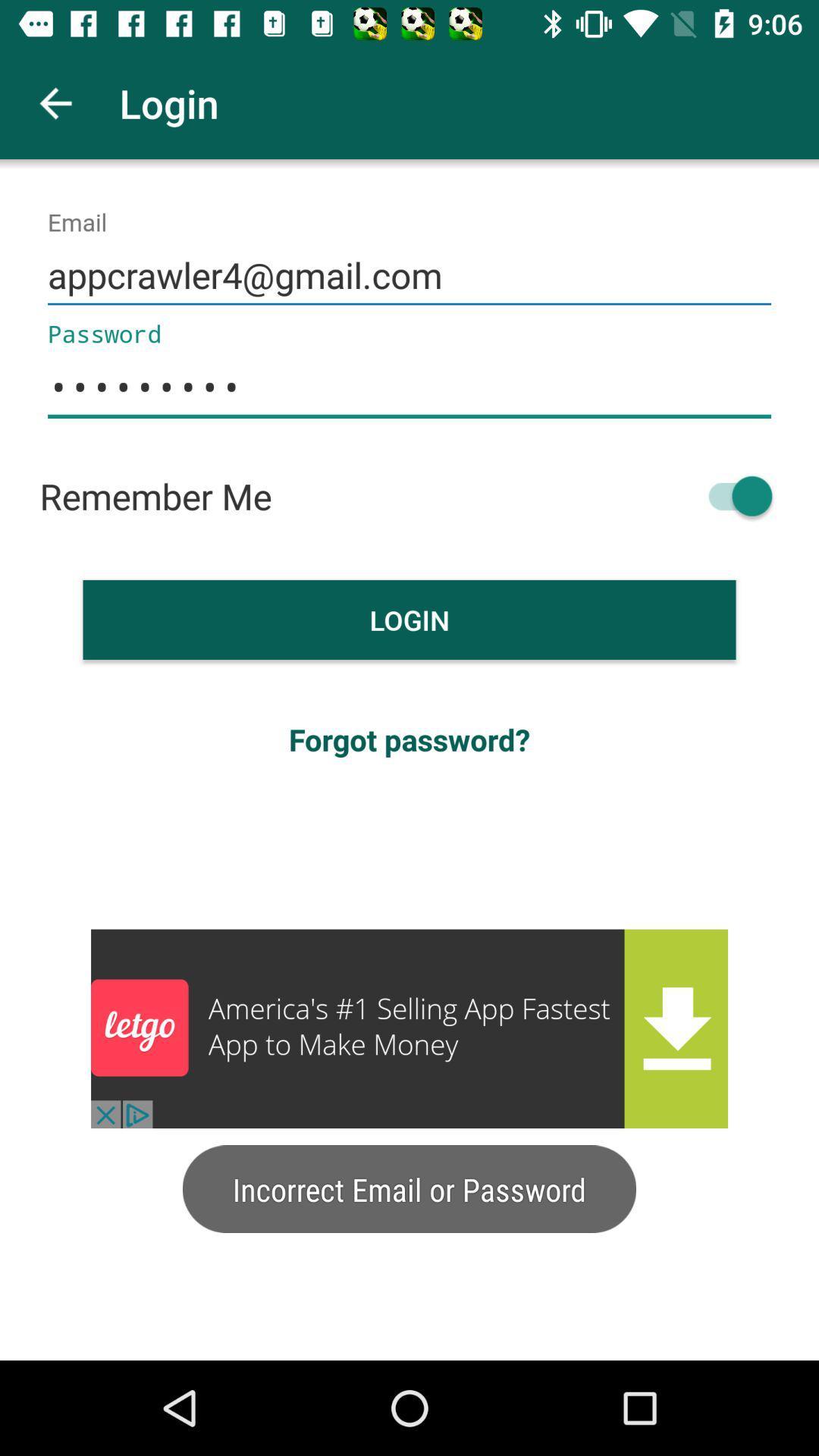 The height and width of the screenshot is (1456, 819). What do you see at coordinates (409, 1028) in the screenshot?
I see `download app` at bounding box center [409, 1028].